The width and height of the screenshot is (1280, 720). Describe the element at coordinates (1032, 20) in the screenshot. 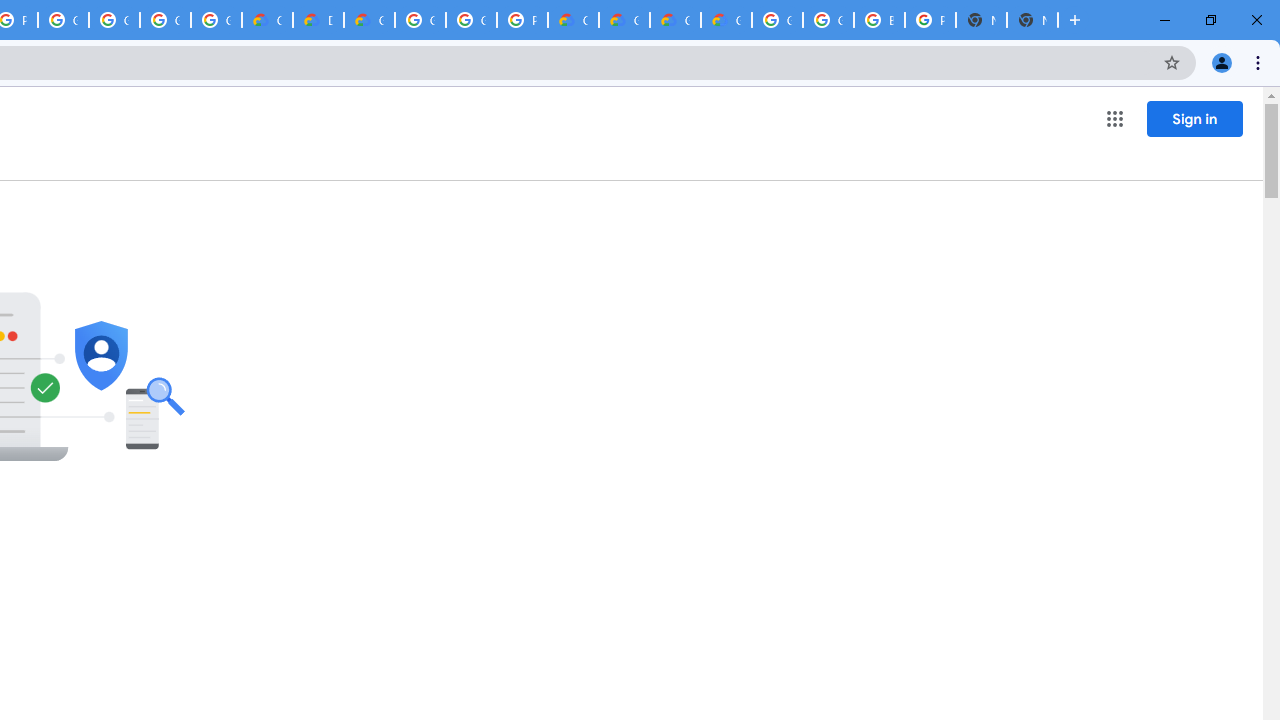

I see `'New Tab'` at that location.